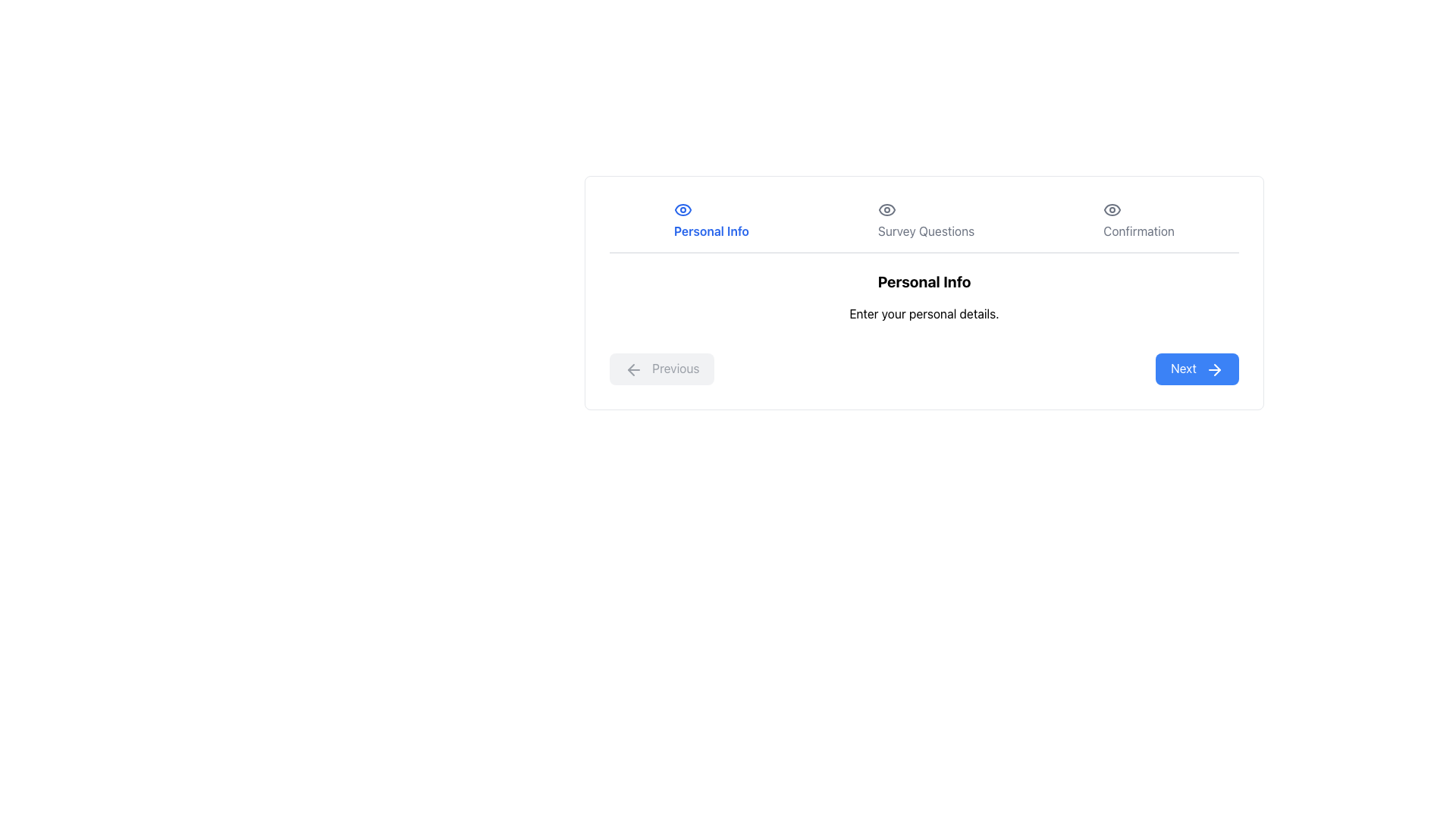 This screenshot has height=819, width=1456. I want to click on the design of the right arrow icon located on the blue circular background of the 'Next' button at the bottom right of the dialog box, so click(1215, 369).